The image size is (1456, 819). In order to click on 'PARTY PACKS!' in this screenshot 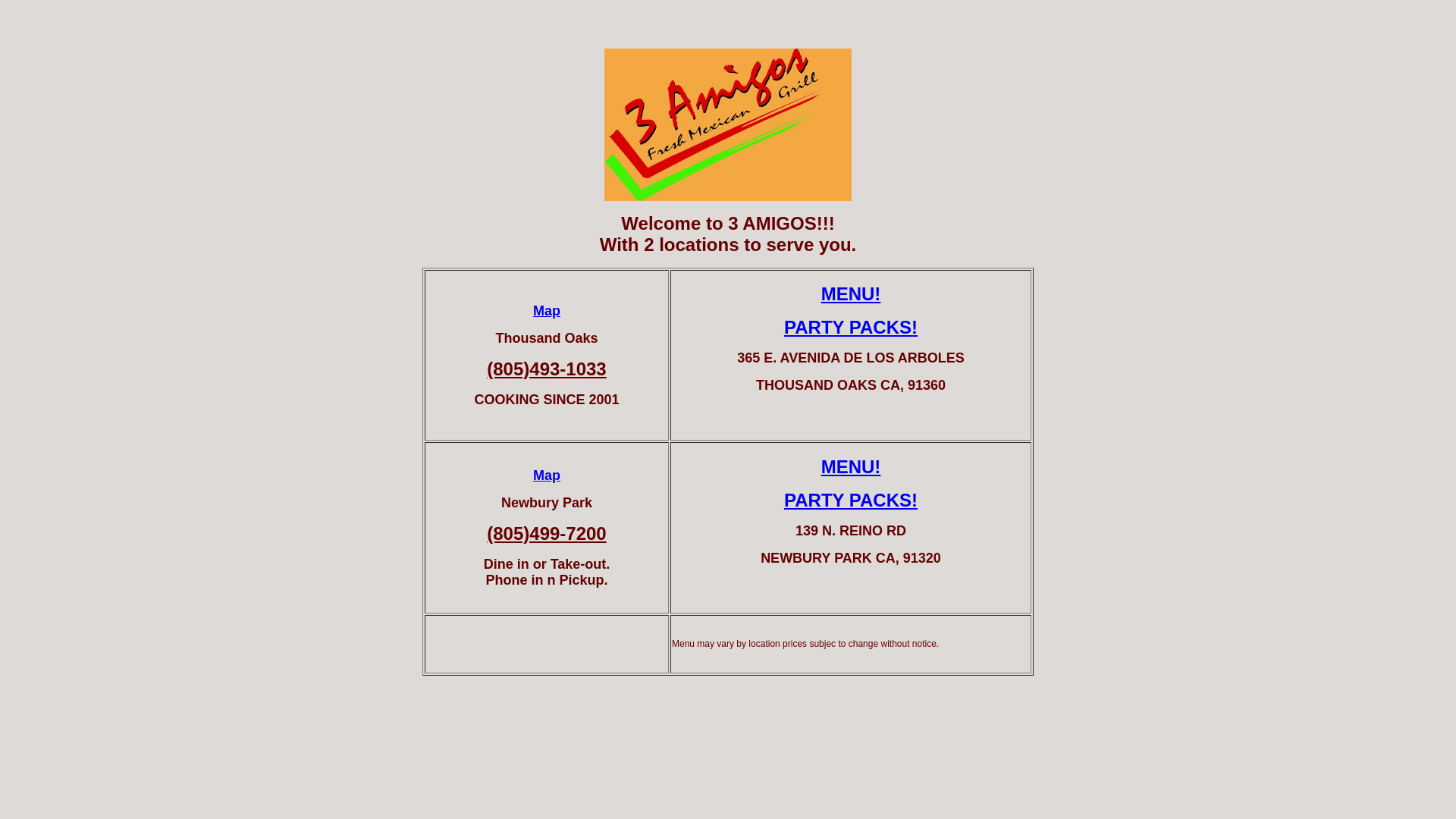, I will do `click(851, 500)`.